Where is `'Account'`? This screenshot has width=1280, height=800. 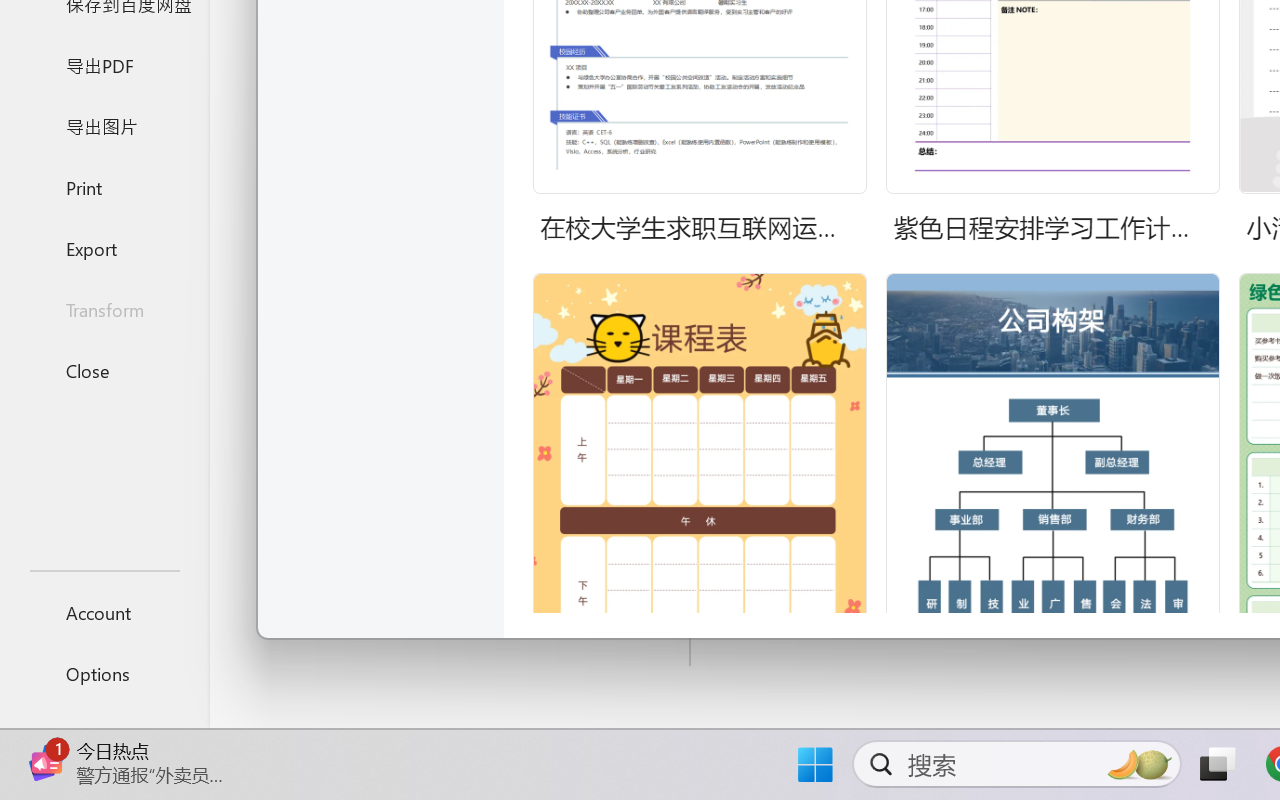 'Account' is located at coordinates (103, 612).